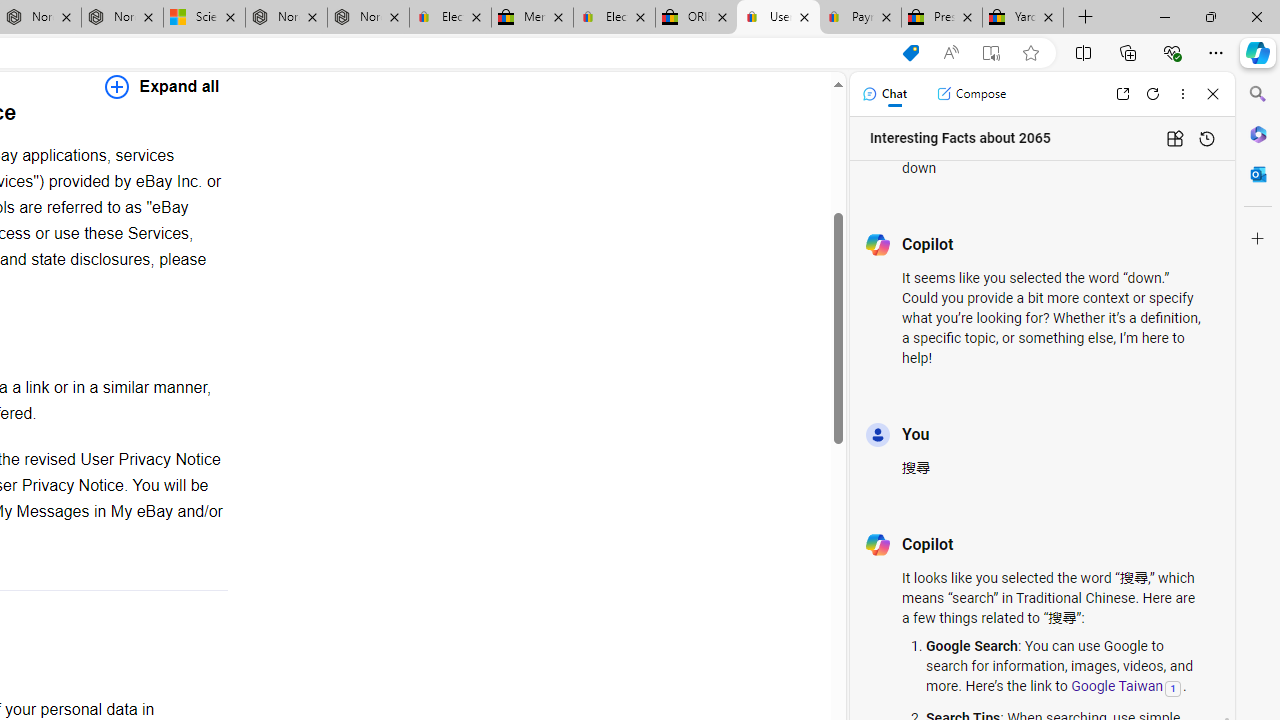 This screenshot has height=720, width=1280. Describe the element at coordinates (883, 93) in the screenshot. I see `'Chat'` at that location.